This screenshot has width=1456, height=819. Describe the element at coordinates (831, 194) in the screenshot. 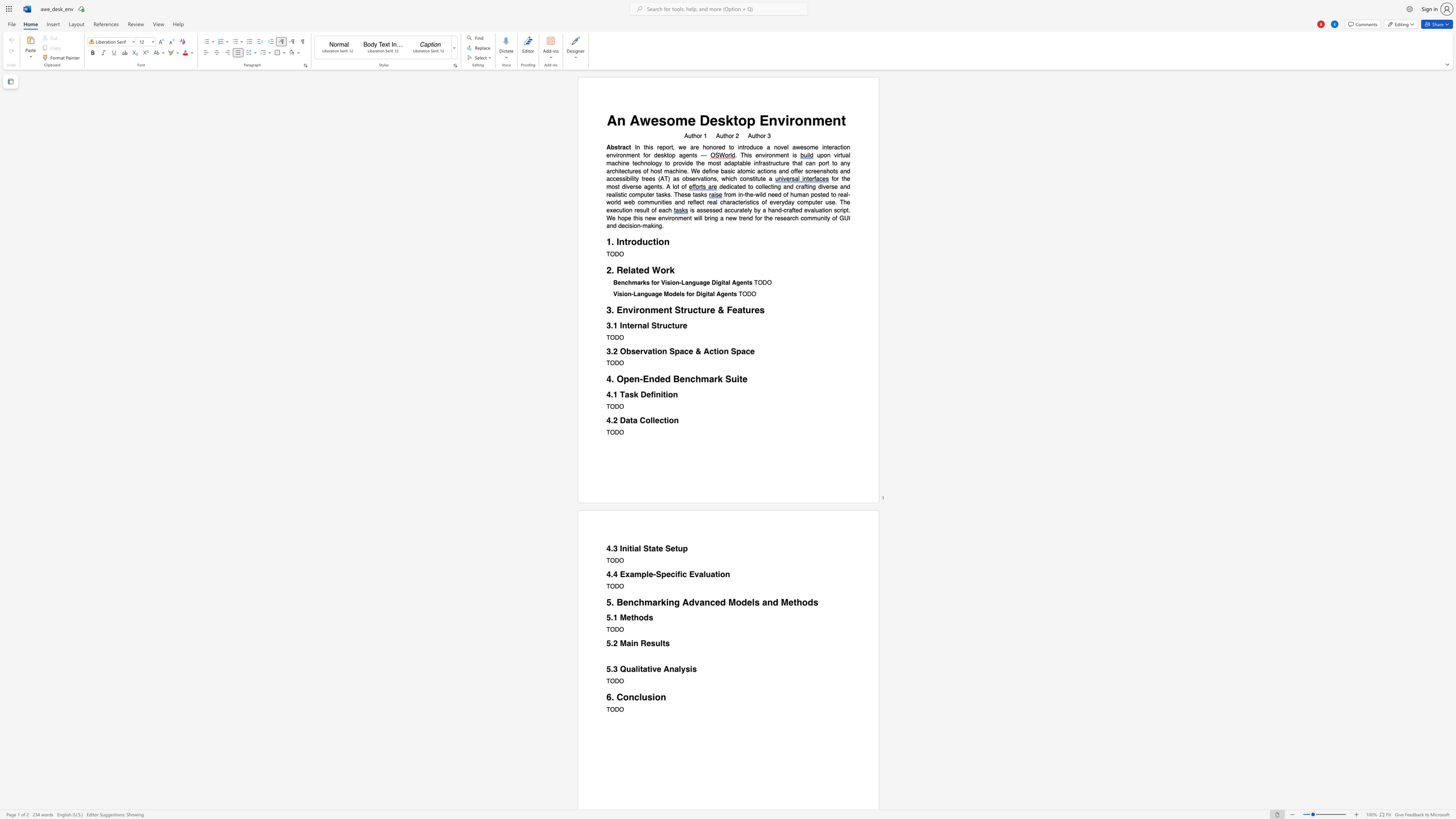

I see `the 3th character "t" in the text` at that location.